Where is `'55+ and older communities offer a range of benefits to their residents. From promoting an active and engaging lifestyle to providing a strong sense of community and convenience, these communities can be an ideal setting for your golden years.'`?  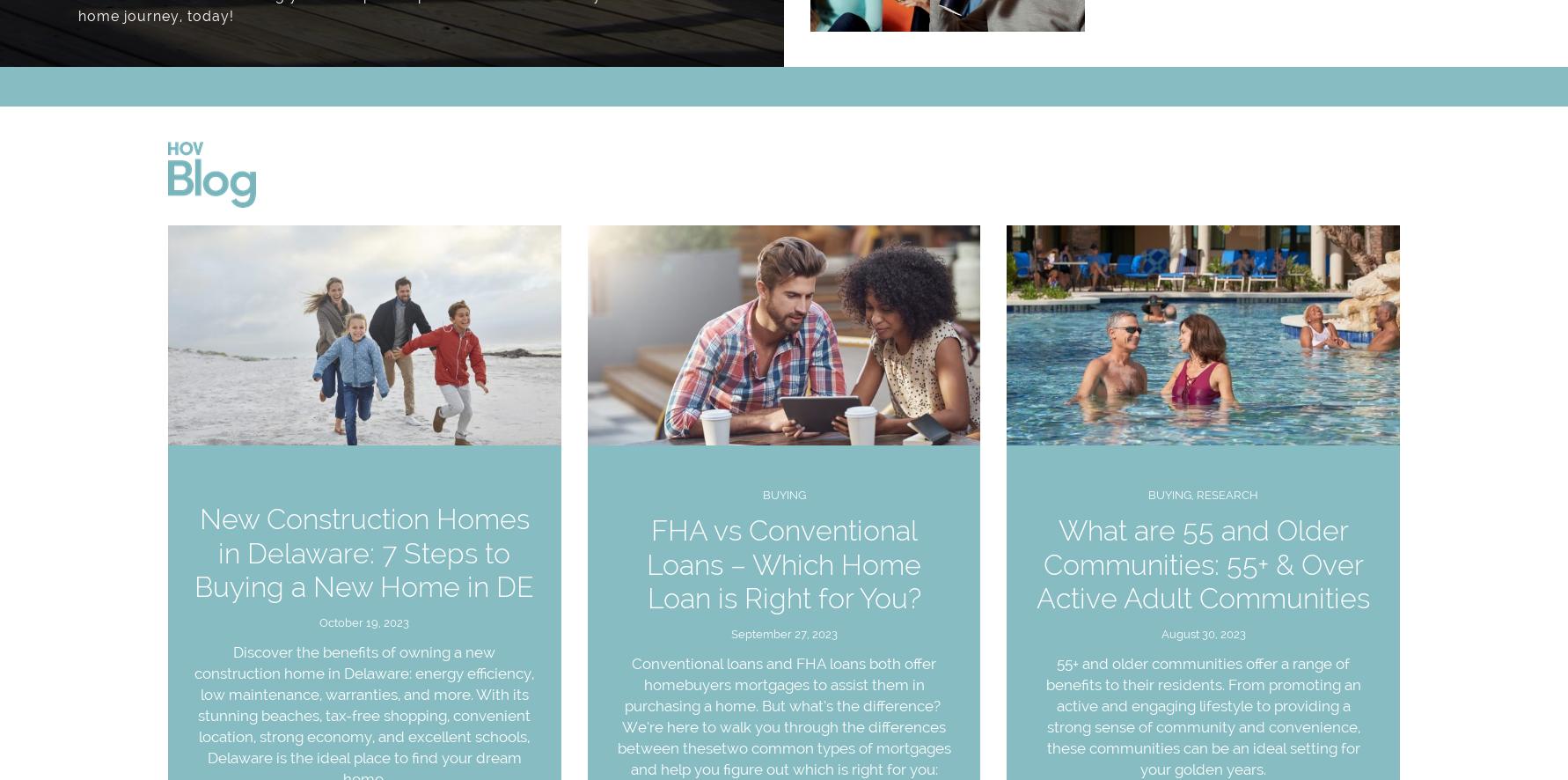
'55+ and older communities offer a range of benefits to their residents. From promoting an active and engaging lifestyle to providing a strong sense of community and convenience, these communities can be an ideal setting for your golden years.' is located at coordinates (1201, 716).